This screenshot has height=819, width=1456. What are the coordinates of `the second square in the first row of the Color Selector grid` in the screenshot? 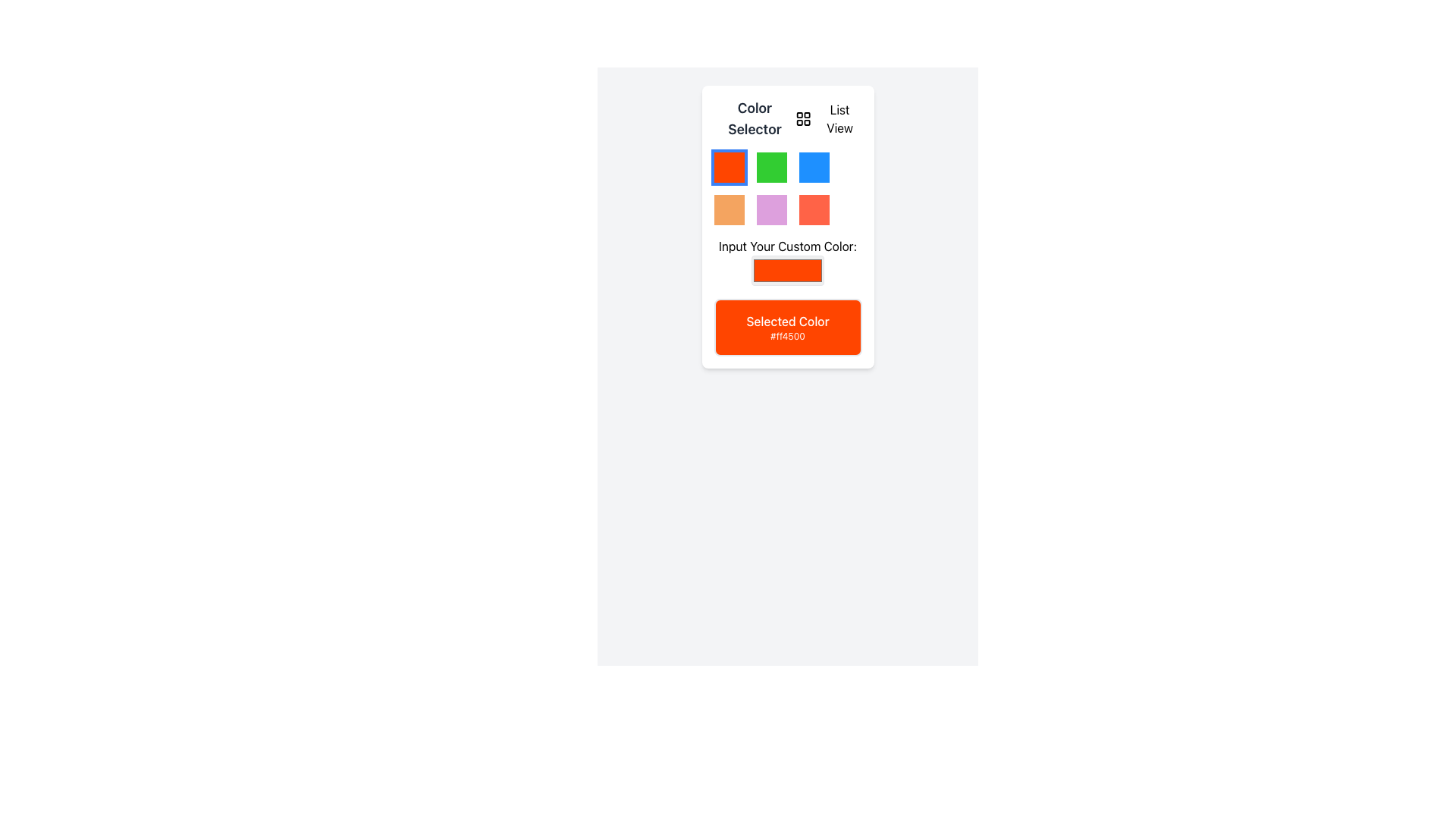 It's located at (771, 167).